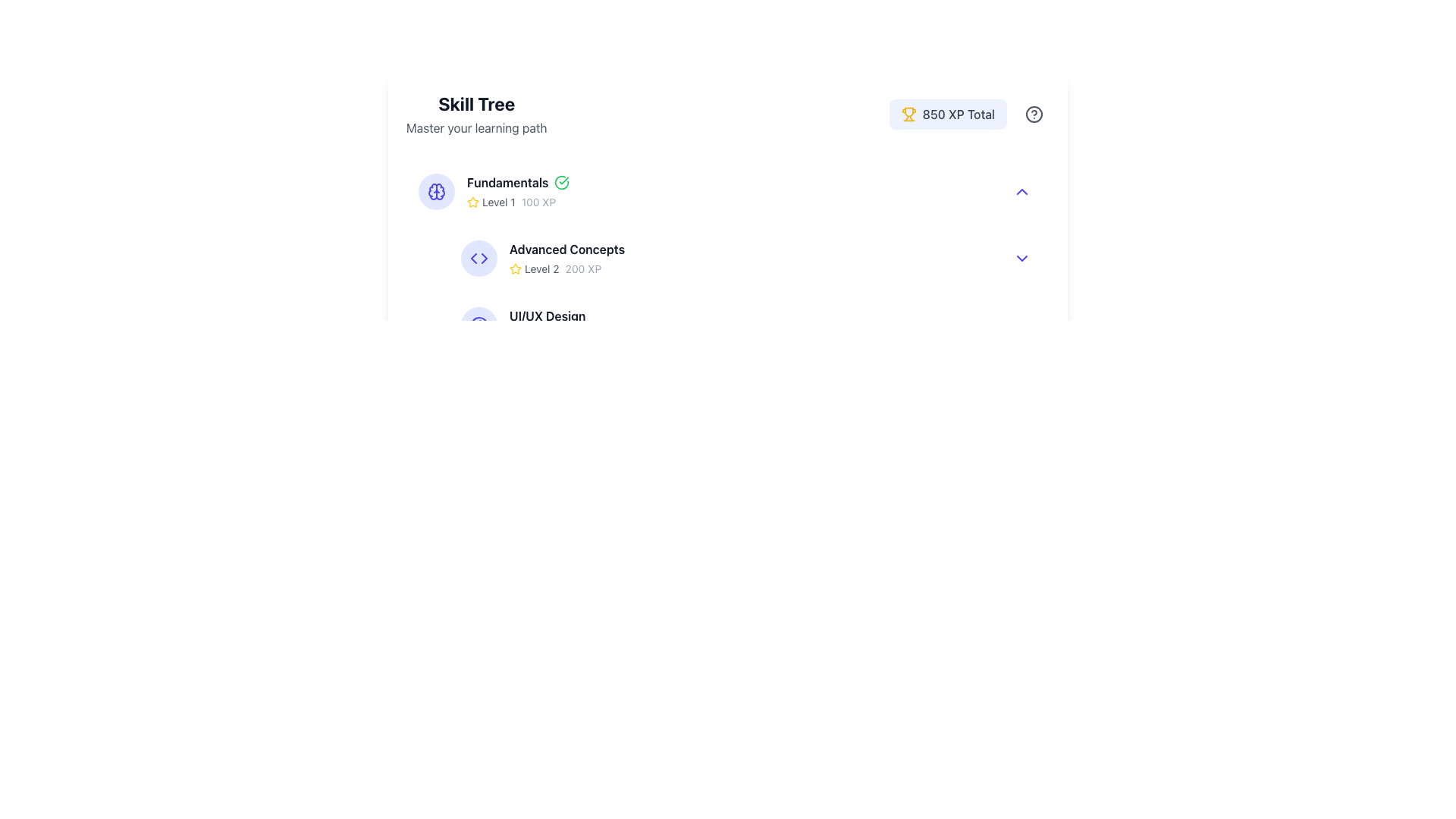 This screenshot has height=819, width=1456. What do you see at coordinates (479, 257) in the screenshot?
I see `the SVG icon representing coding concepts, which is located beside the 'Advanced Concepts' text label in the second position of a vertical list` at bounding box center [479, 257].